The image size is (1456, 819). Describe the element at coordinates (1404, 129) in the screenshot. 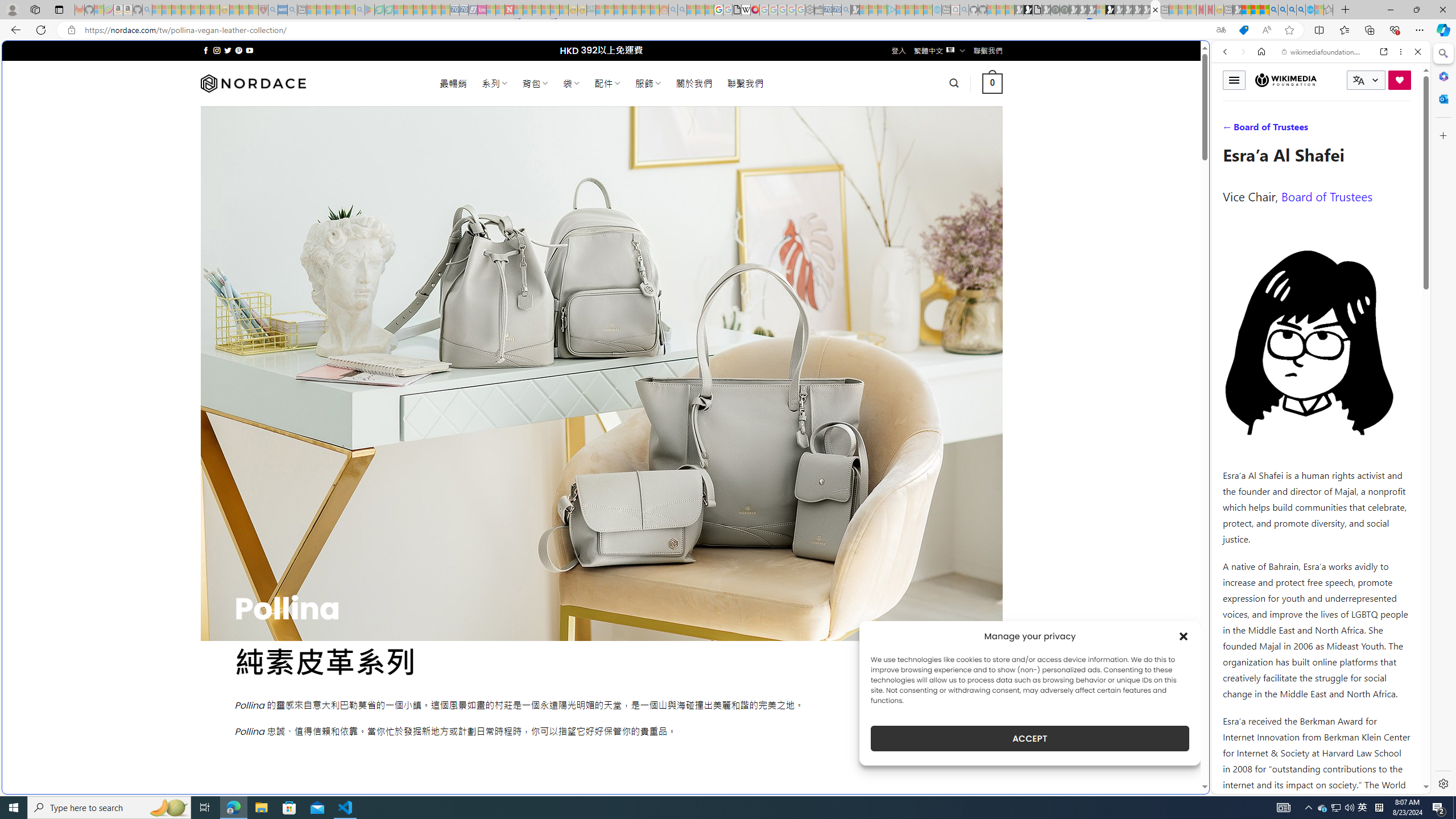

I see `'Preferences'` at that location.